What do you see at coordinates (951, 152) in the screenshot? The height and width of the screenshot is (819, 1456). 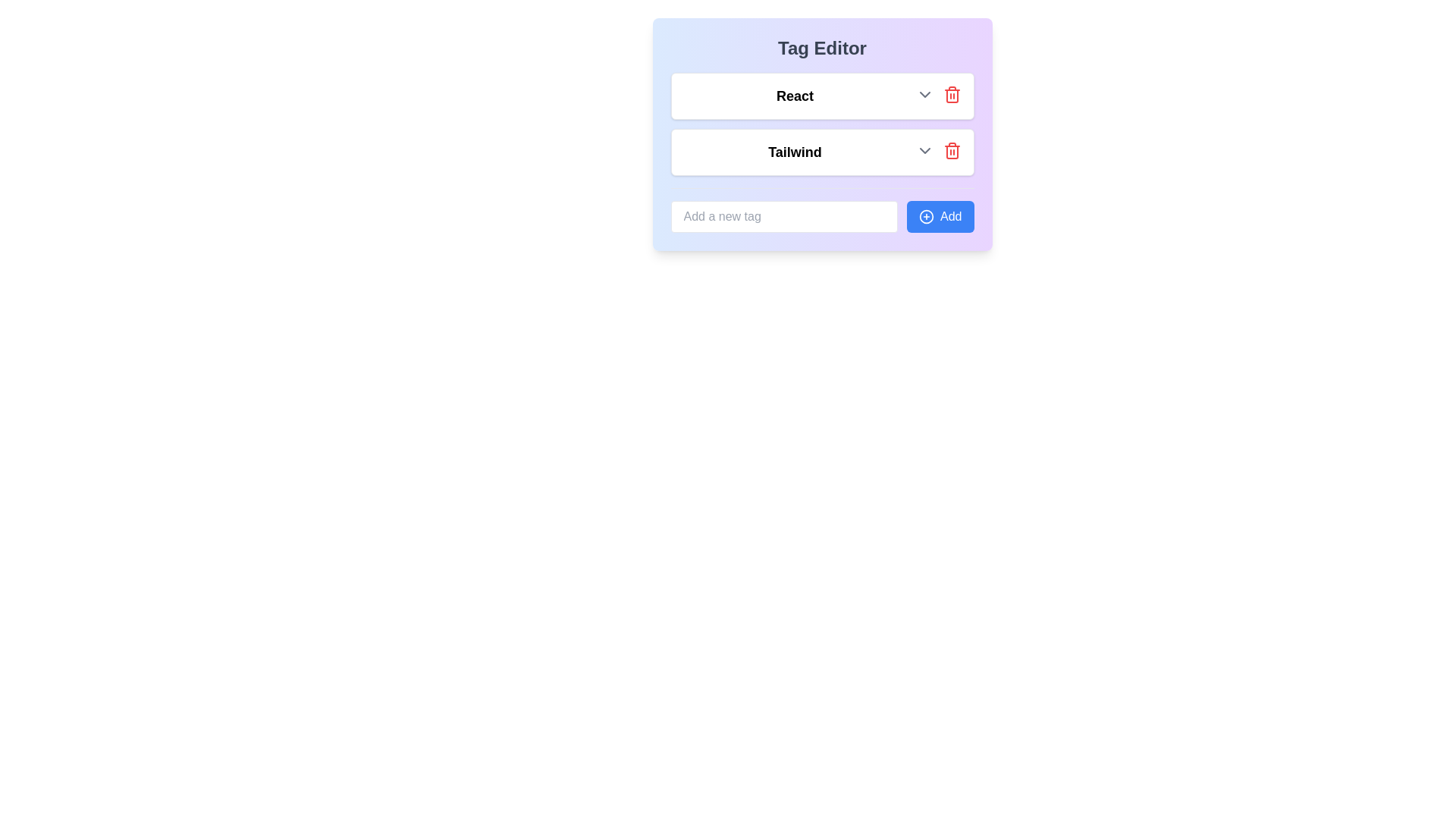 I see `the red trash bin icon button located in the top-right corner of the 'Tailwind' tag entry` at bounding box center [951, 152].